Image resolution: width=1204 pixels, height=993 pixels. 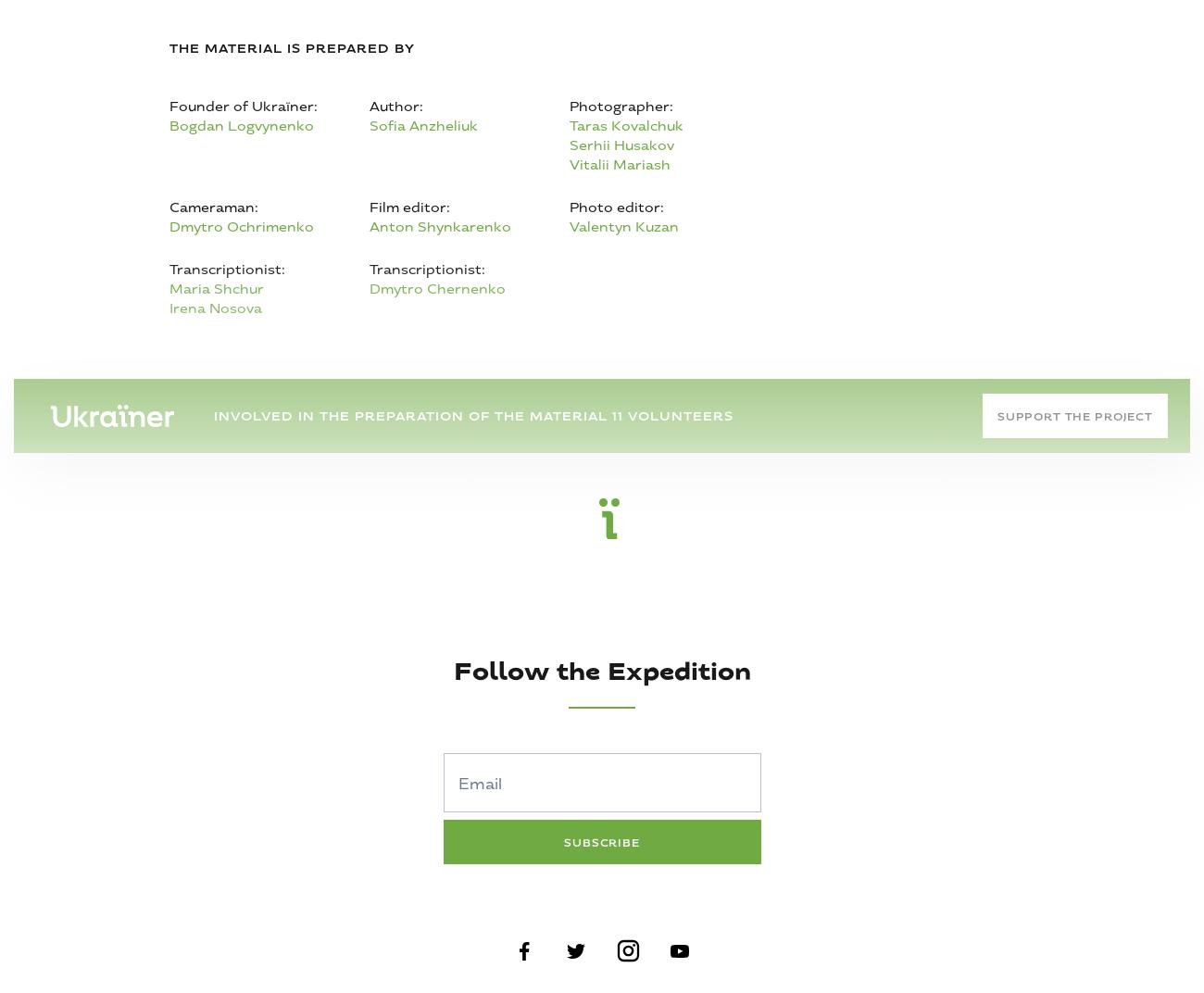 I want to click on 'Sofia Anzheliuk', so click(x=422, y=125).